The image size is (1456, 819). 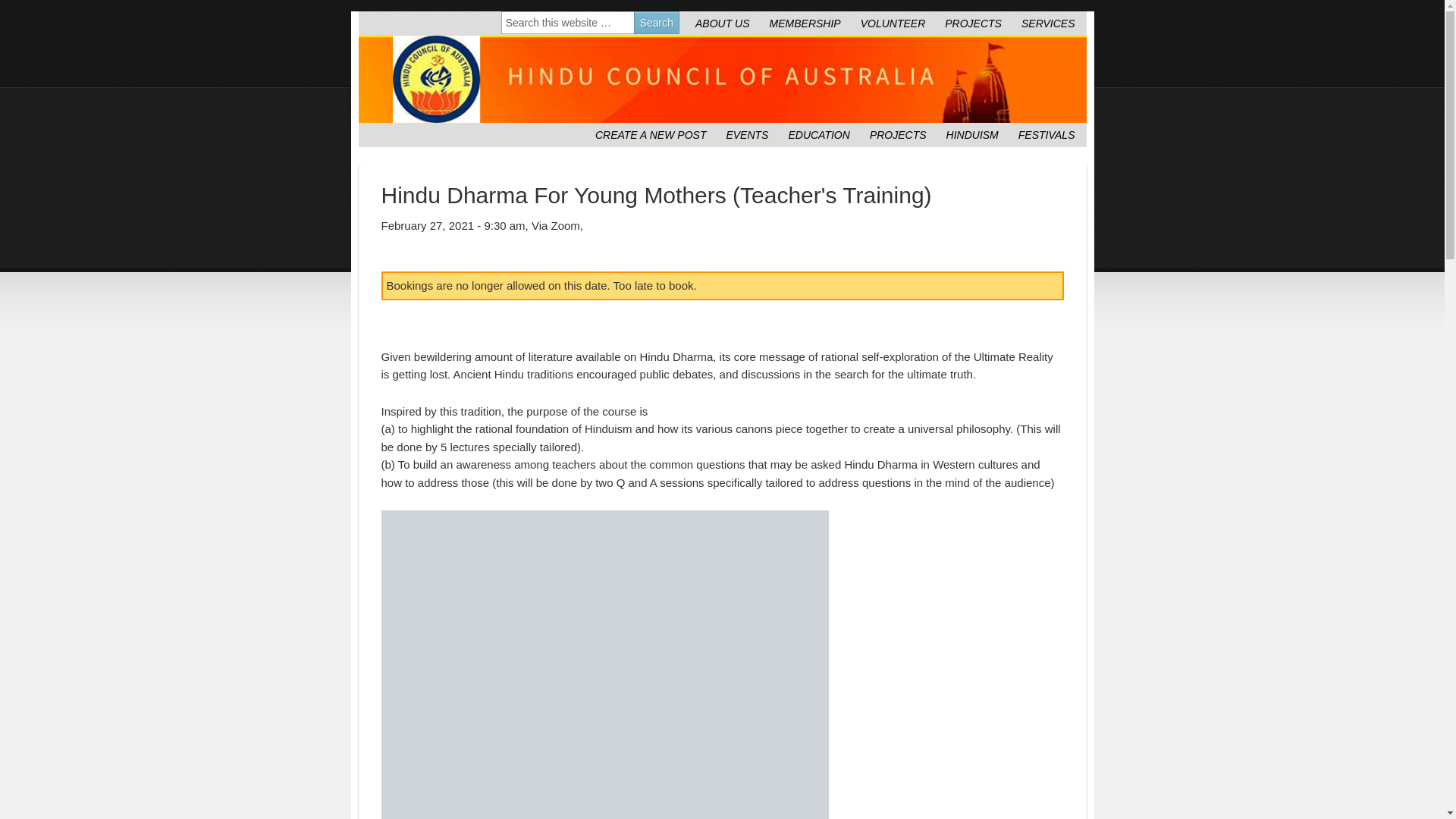 What do you see at coordinates (1047, 23) in the screenshot?
I see `'SERVICES'` at bounding box center [1047, 23].